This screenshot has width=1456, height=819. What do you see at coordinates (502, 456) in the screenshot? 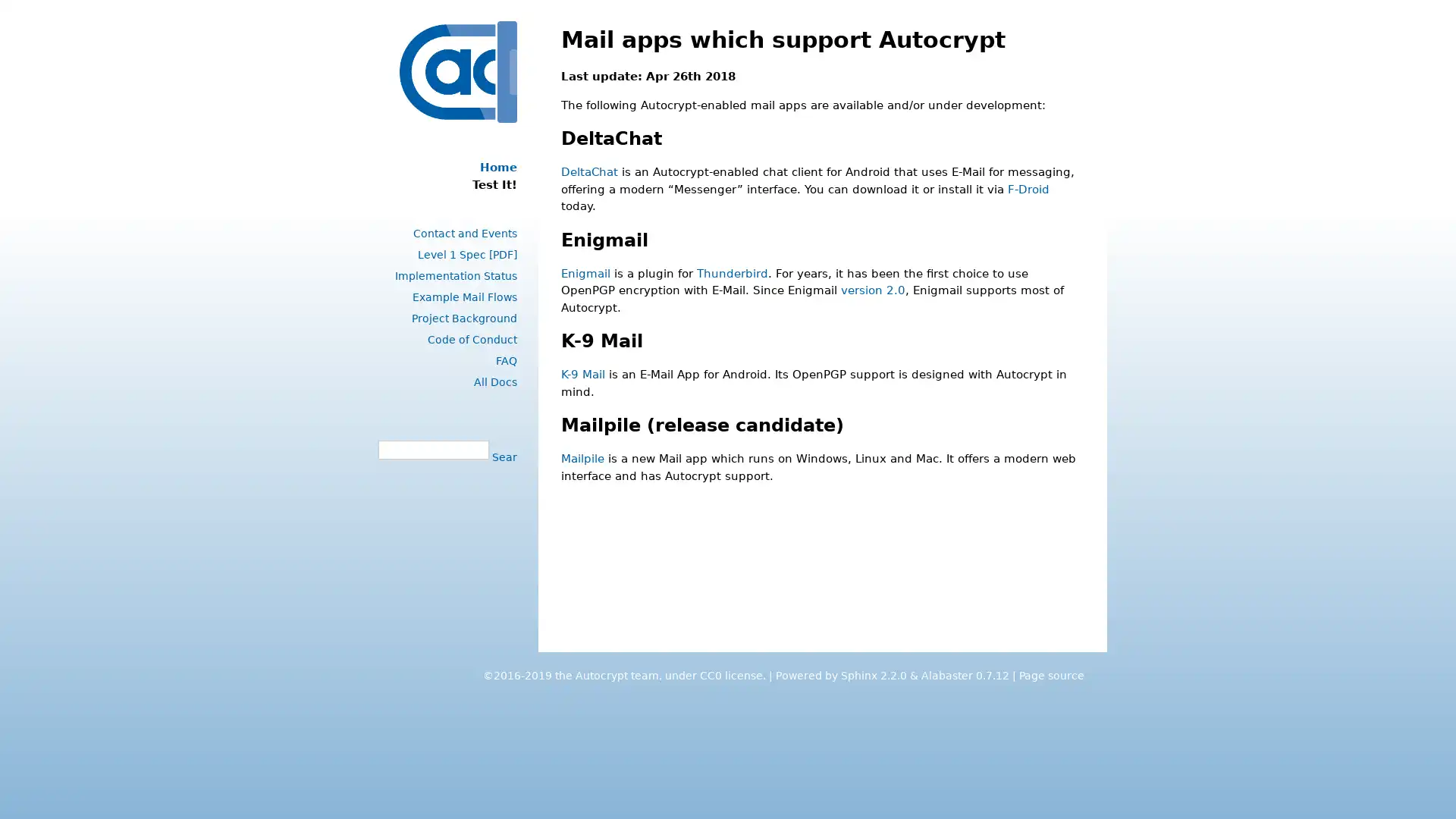
I see `Search` at bounding box center [502, 456].